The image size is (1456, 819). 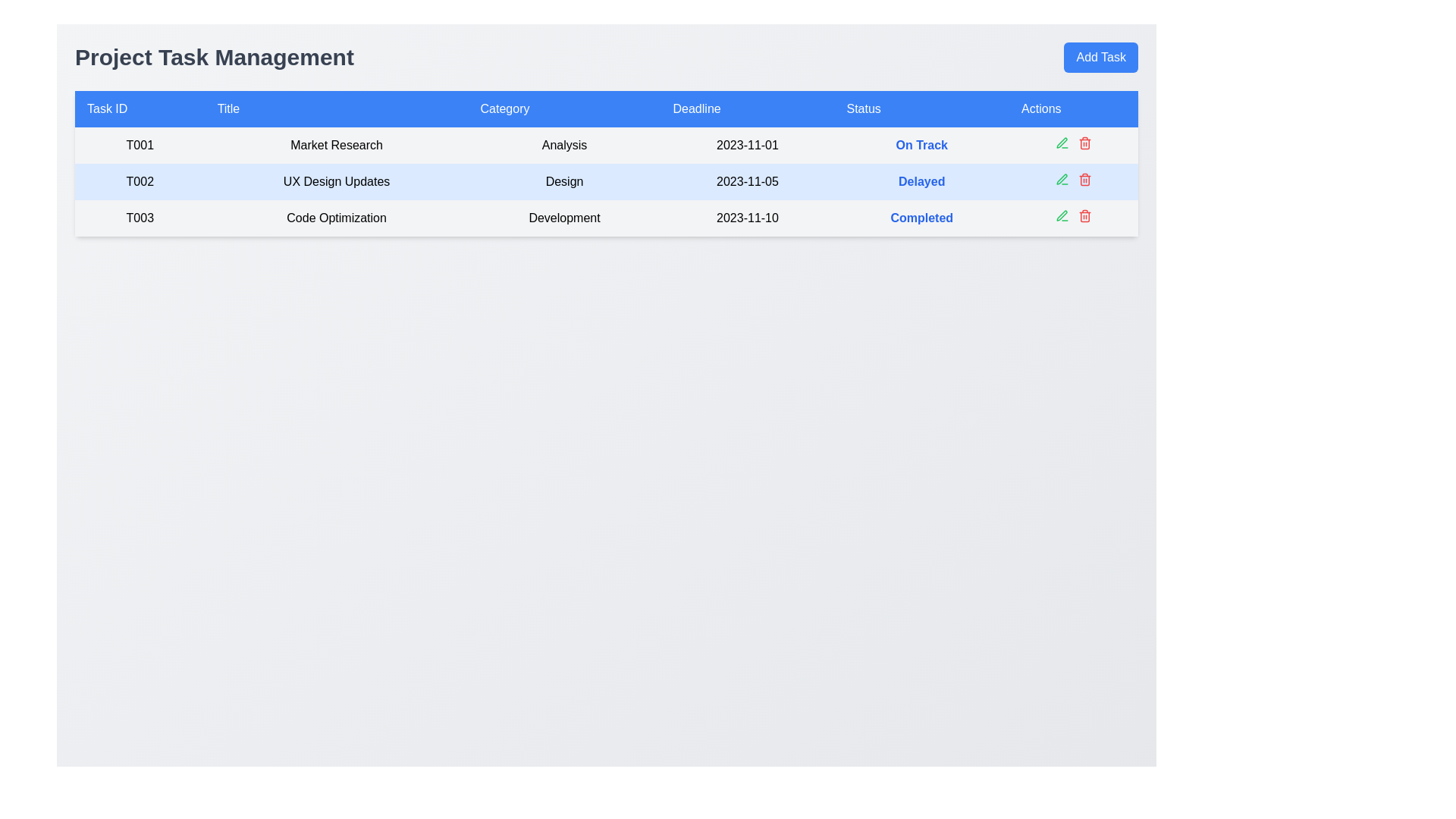 What do you see at coordinates (1073, 216) in the screenshot?
I see `the group of interactive icons located in the last row of the table under the 'Actions' column, aligned to the right of the 'T003' task` at bounding box center [1073, 216].